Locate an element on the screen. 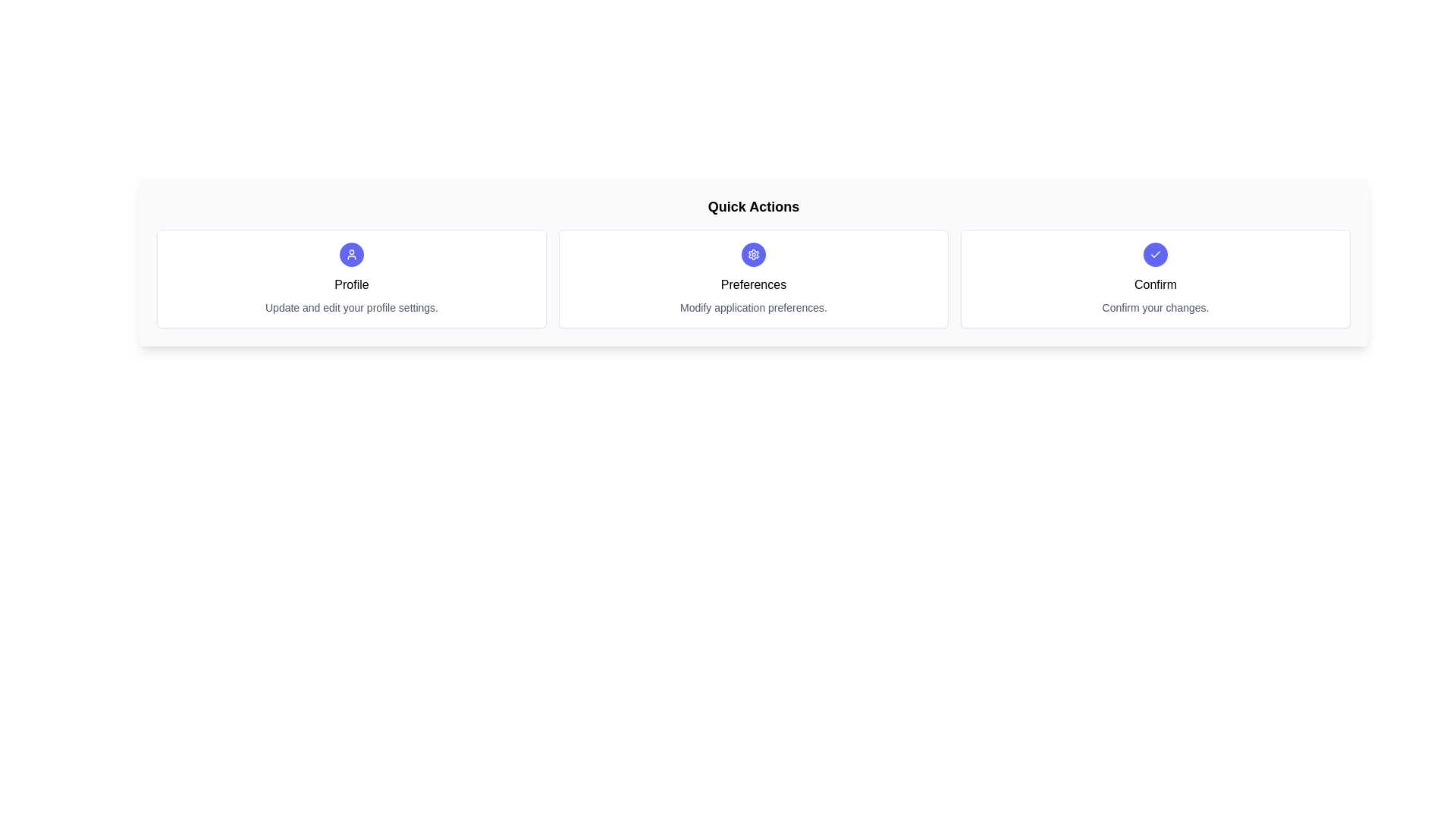  the chip labeled Profile to select it is located at coordinates (351, 278).